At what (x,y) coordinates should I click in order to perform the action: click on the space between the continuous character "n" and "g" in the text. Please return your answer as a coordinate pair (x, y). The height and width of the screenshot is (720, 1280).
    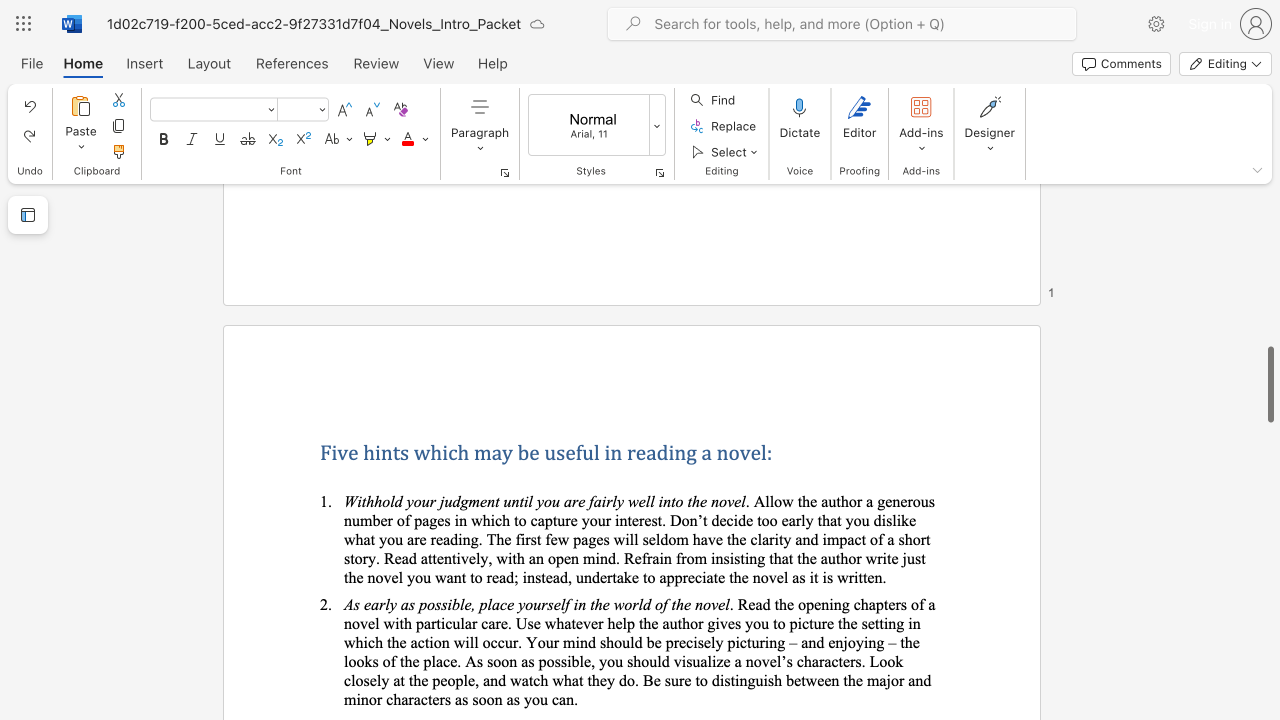
    Looking at the image, I should click on (685, 452).